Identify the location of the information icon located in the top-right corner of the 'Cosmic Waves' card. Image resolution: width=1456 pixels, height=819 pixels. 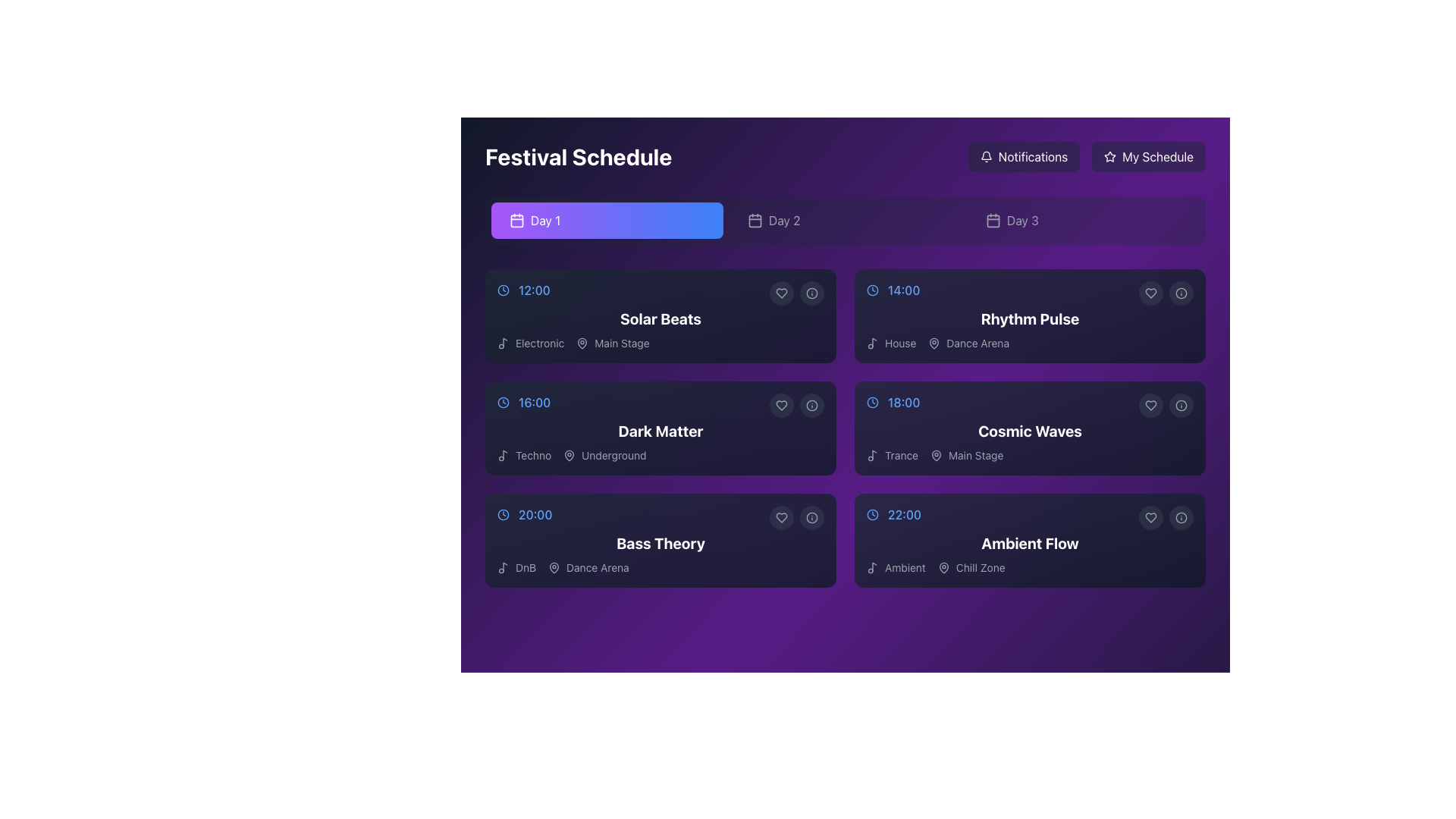
(1181, 405).